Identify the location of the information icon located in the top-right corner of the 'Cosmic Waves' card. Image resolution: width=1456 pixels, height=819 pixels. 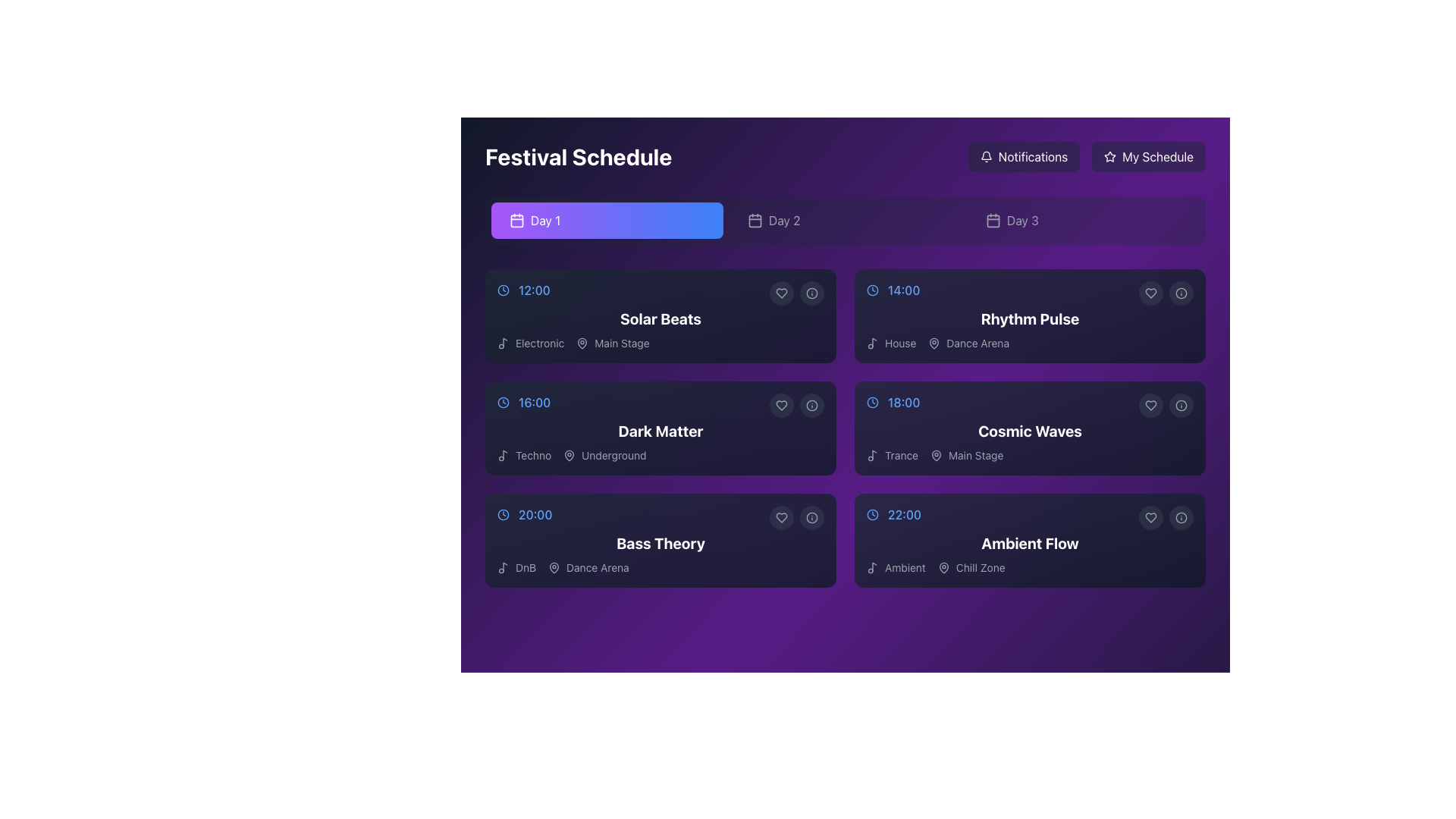
(1181, 405).